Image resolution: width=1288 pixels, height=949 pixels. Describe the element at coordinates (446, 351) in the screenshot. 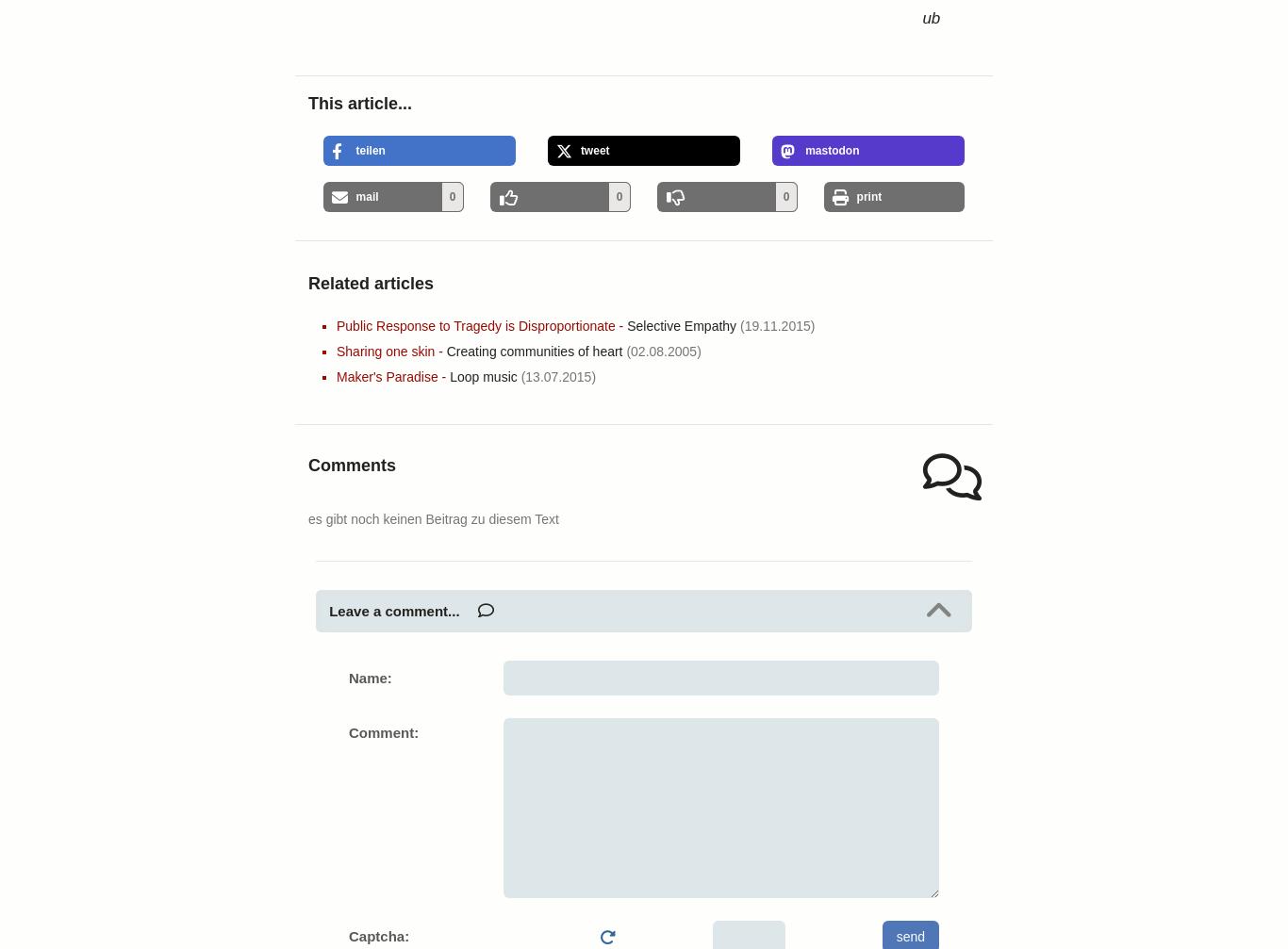

I see `'Creating communities of heart'` at that location.